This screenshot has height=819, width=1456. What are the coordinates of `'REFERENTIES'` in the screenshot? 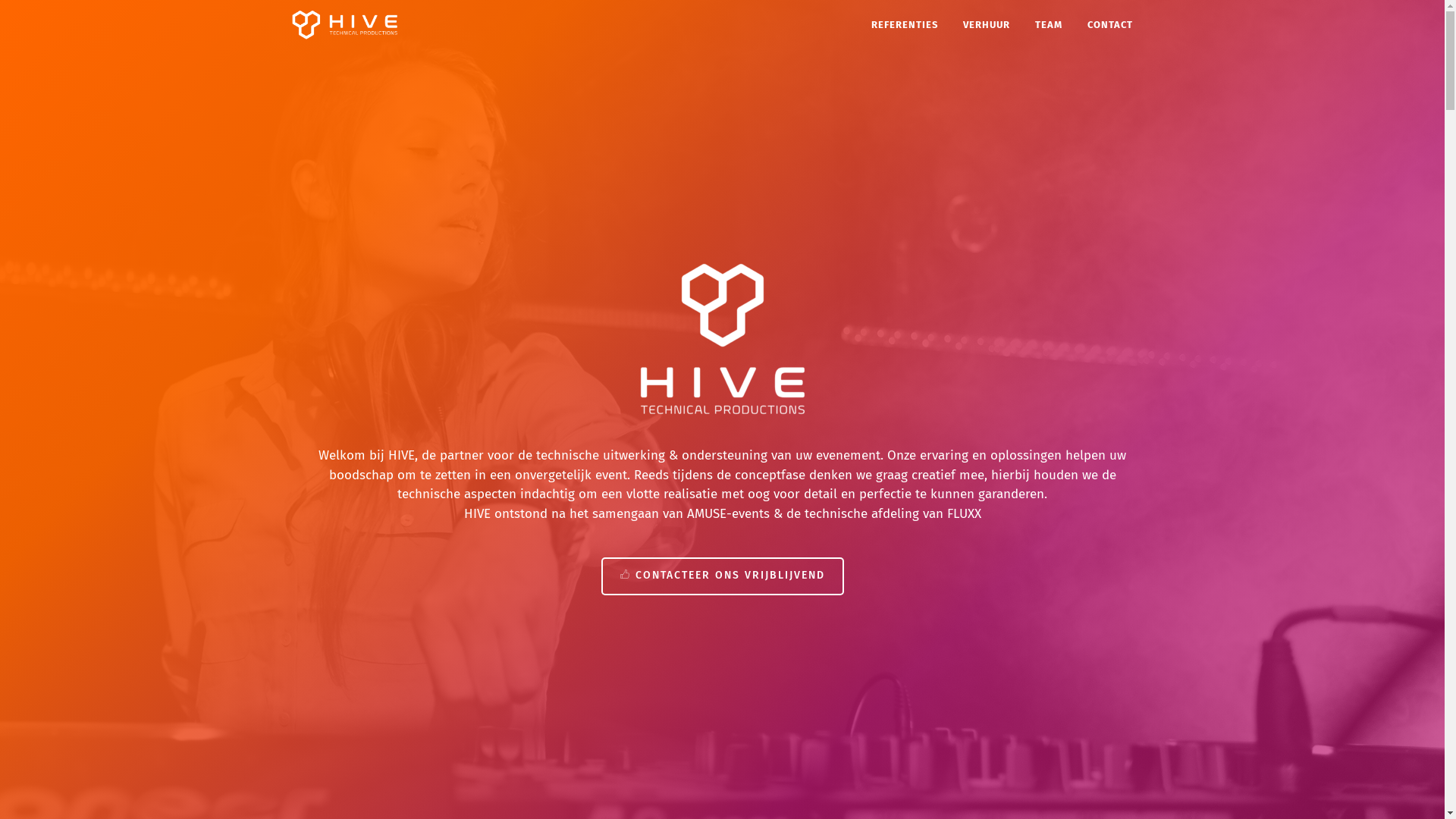 It's located at (903, 24).